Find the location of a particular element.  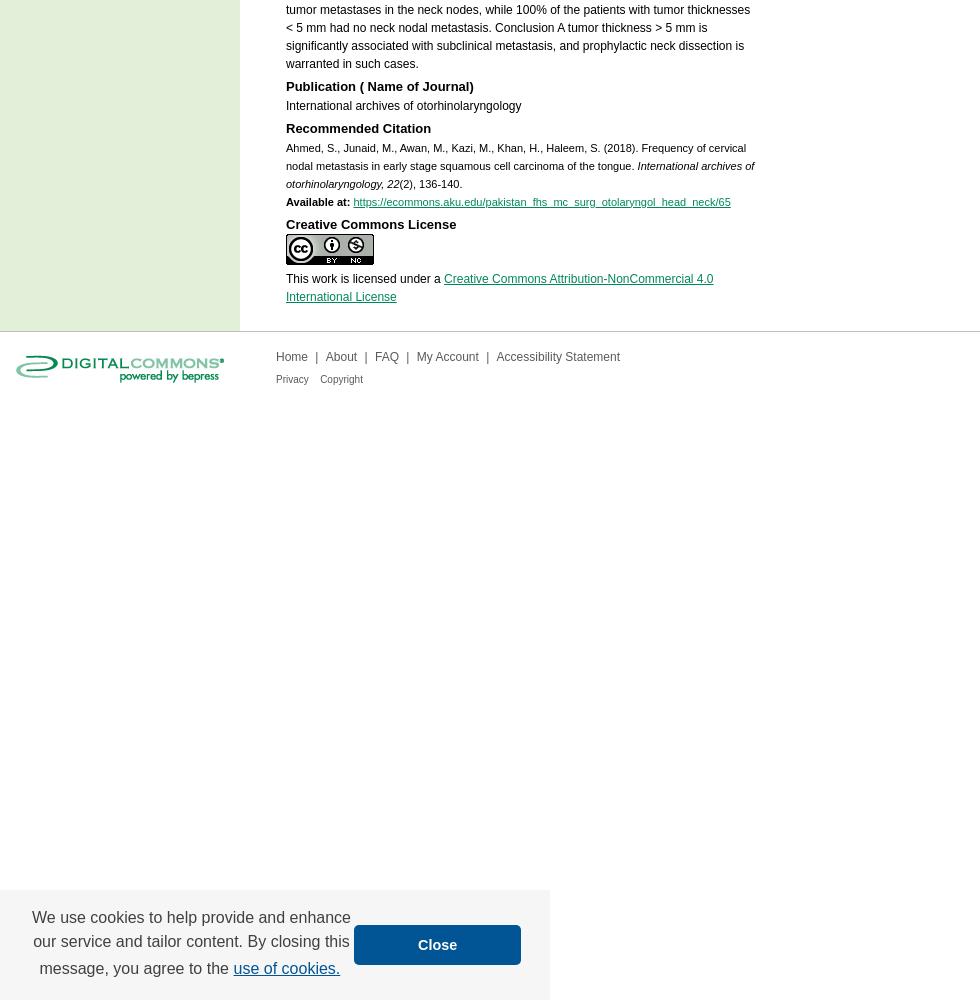

'Close' is located at coordinates (437, 943).